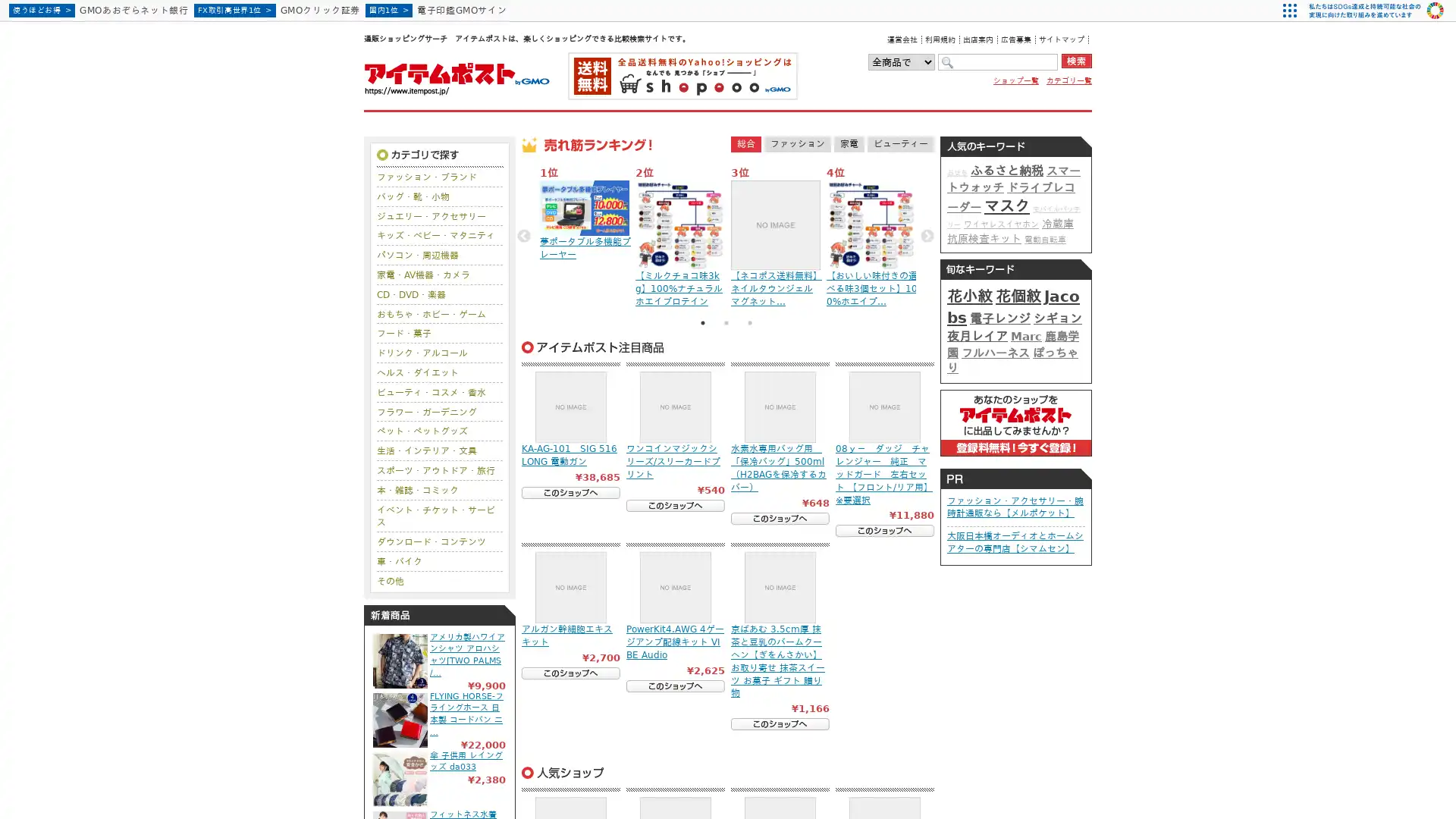 This screenshot has width=1456, height=819. I want to click on Next, so click(927, 237).